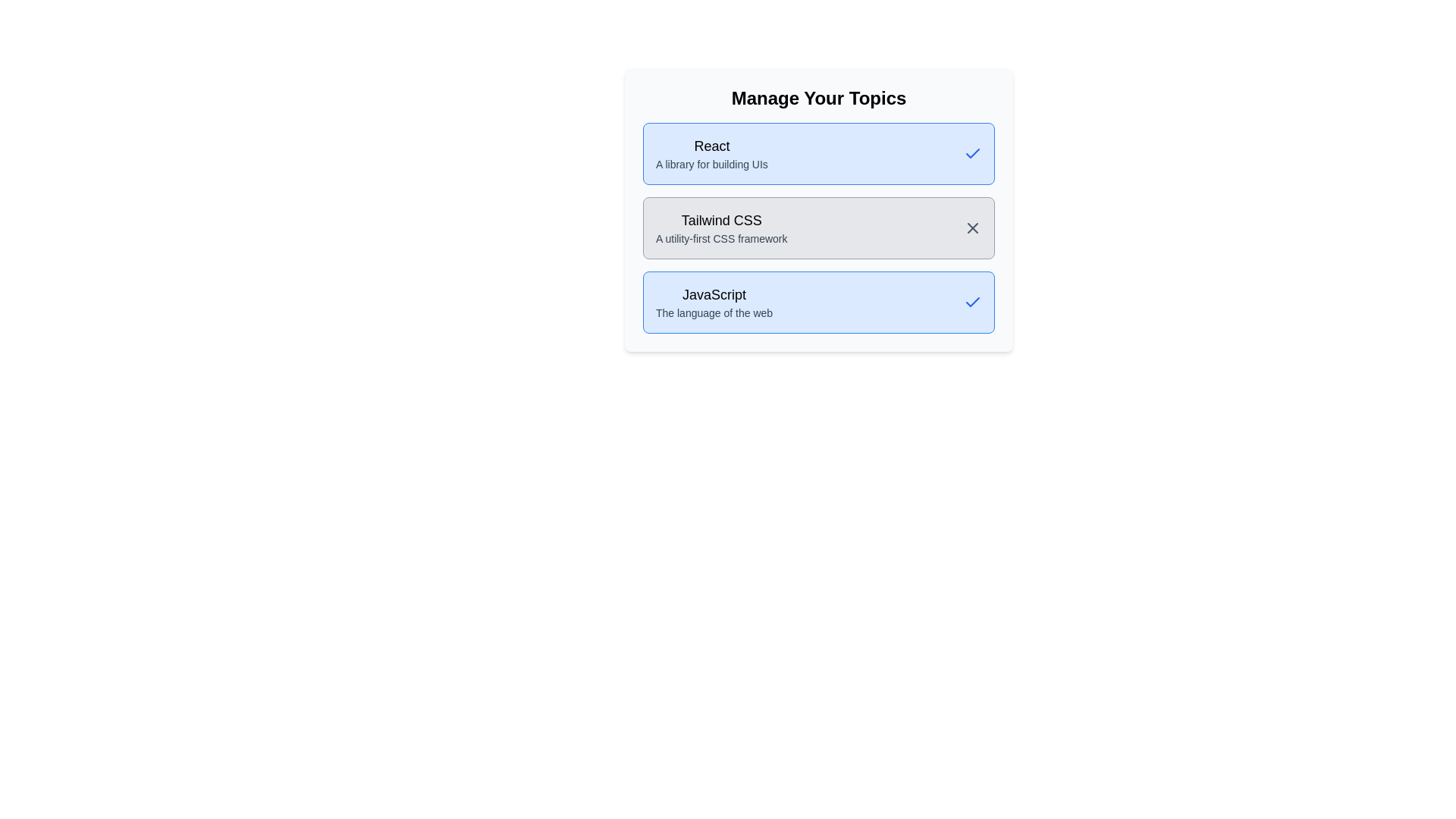 This screenshot has width=1456, height=819. Describe the element at coordinates (818, 227) in the screenshot. I see `the tag labeled Tailwind CSS` at that location.